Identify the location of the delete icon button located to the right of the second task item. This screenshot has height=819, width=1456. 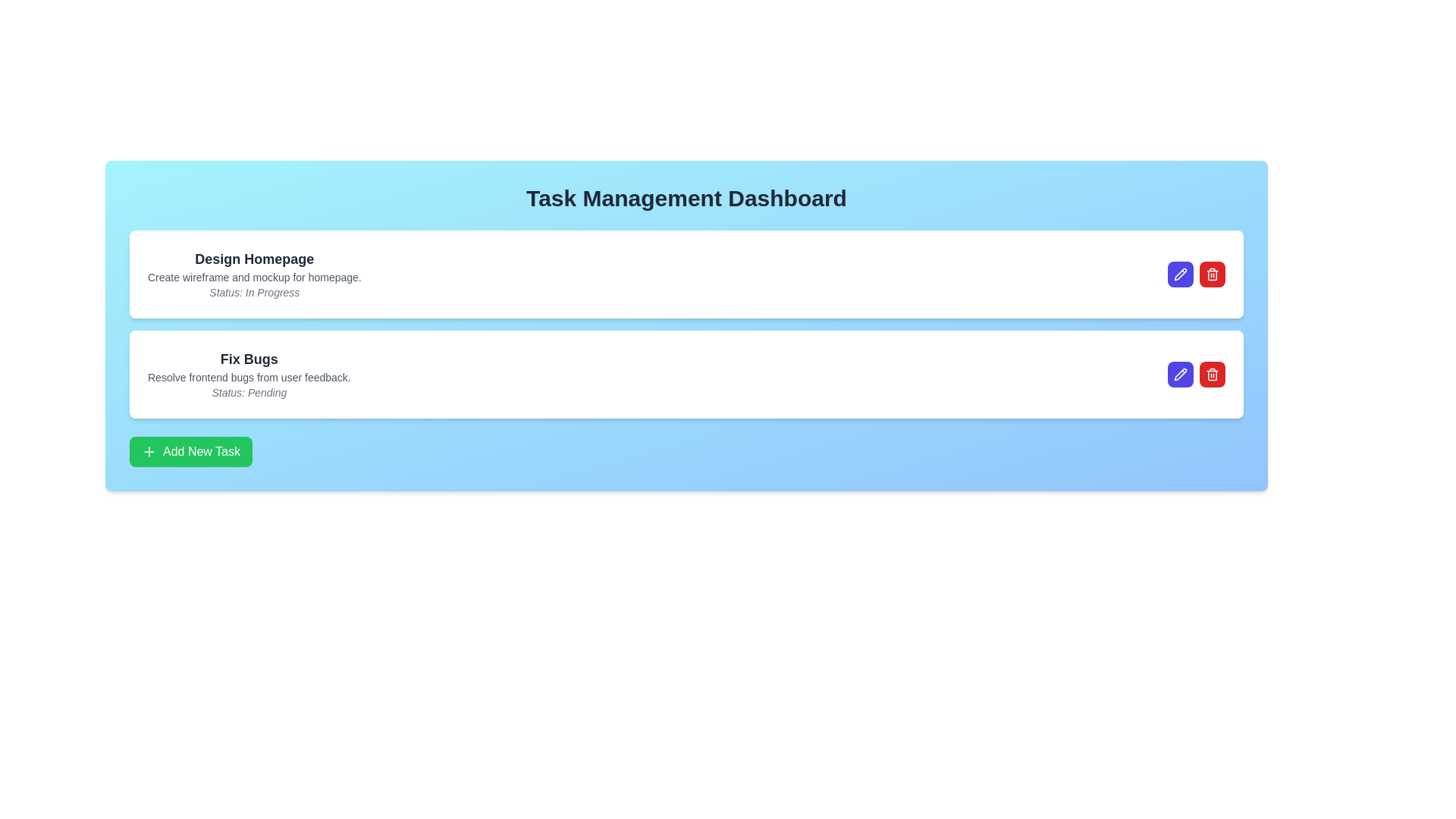
(1211, 275).